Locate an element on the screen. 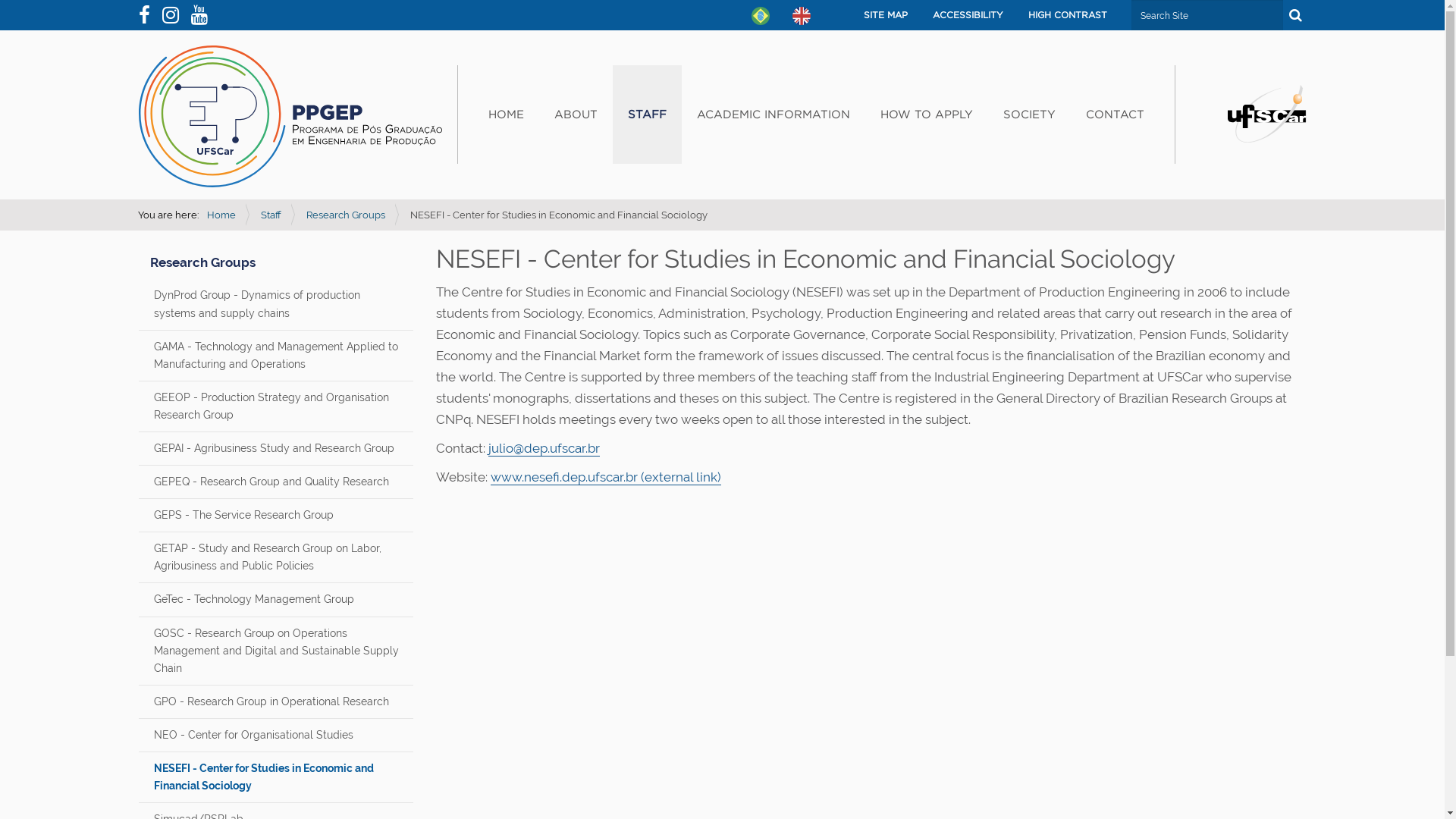 This screenshot has height=819, width=1456. 'ACCESSIBILITY' is located at coordinates (931, 14).